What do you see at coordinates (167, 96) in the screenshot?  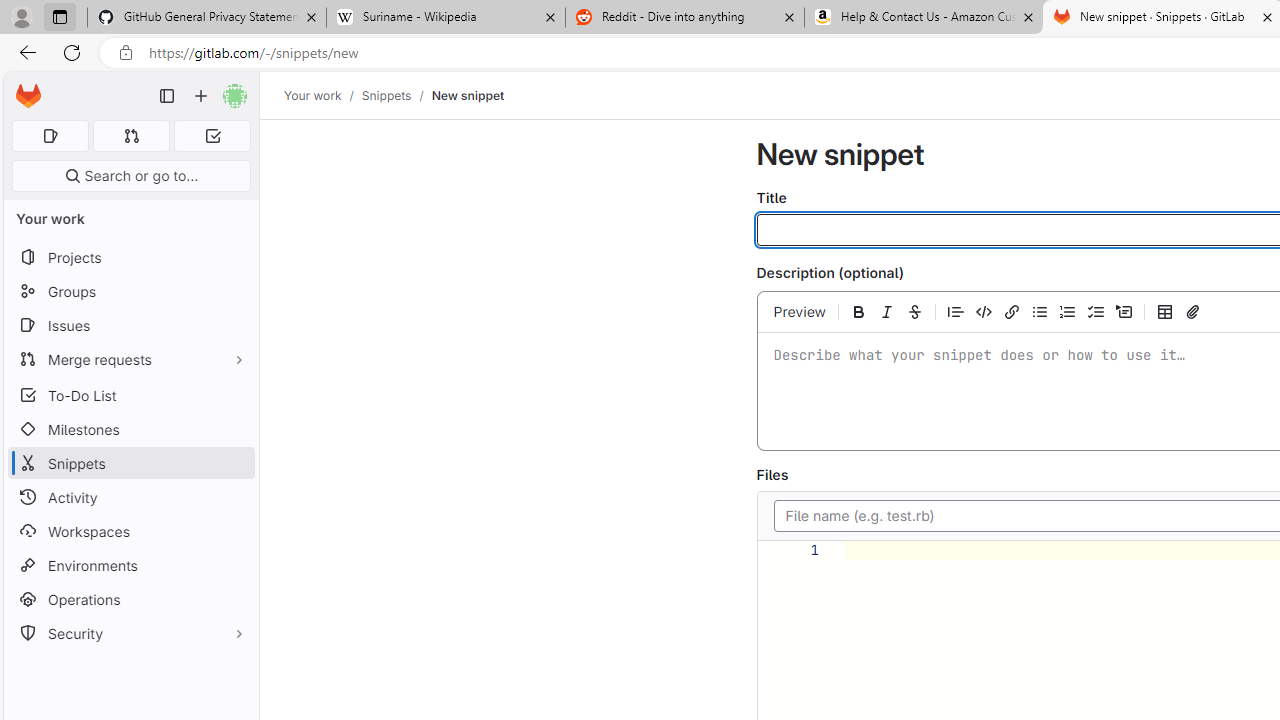 I see `'Primary navigation sidebar'` at bounding box center [167, 96].